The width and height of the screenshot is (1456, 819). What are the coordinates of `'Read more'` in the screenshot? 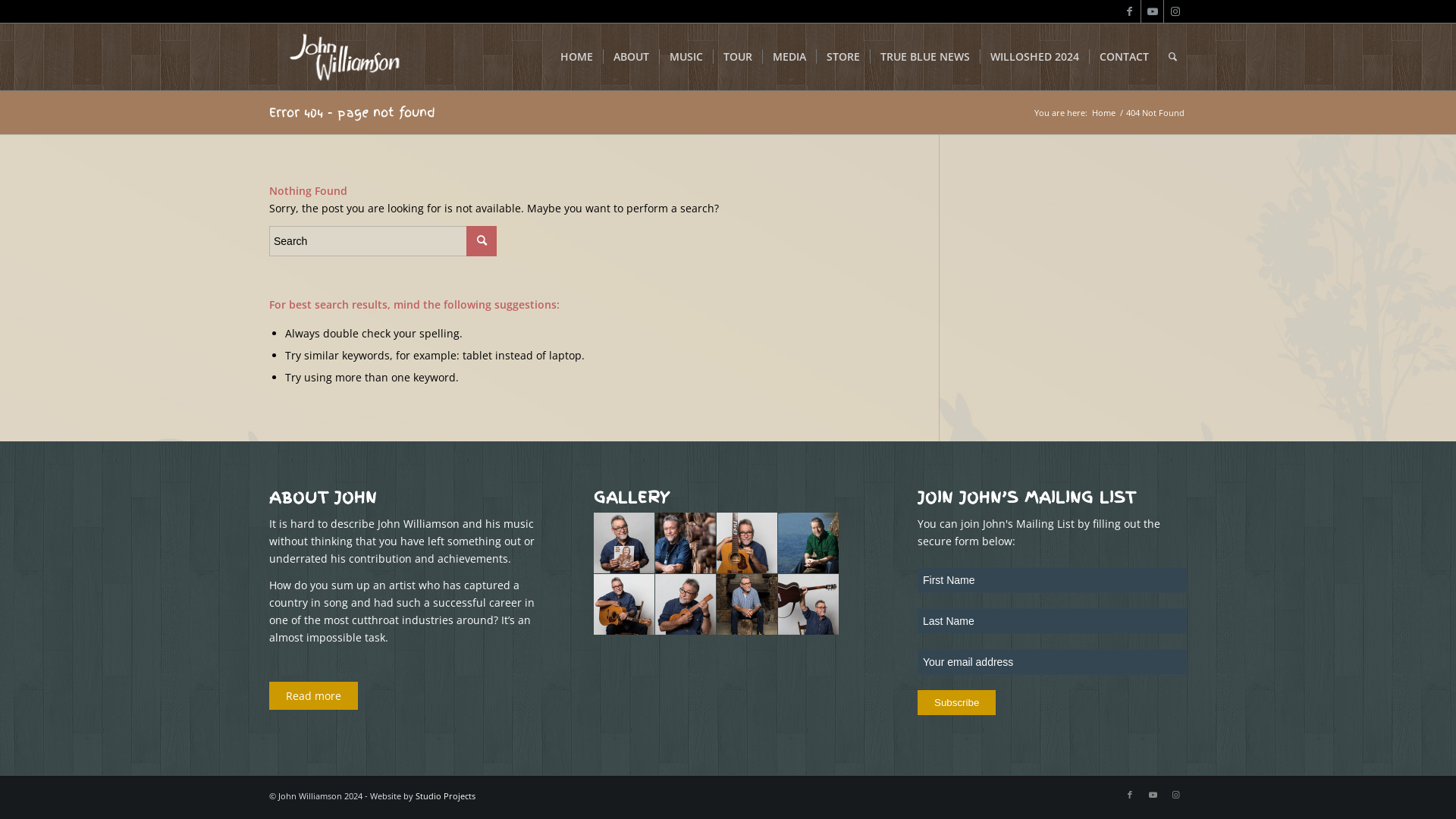 It's located at (312, 695).